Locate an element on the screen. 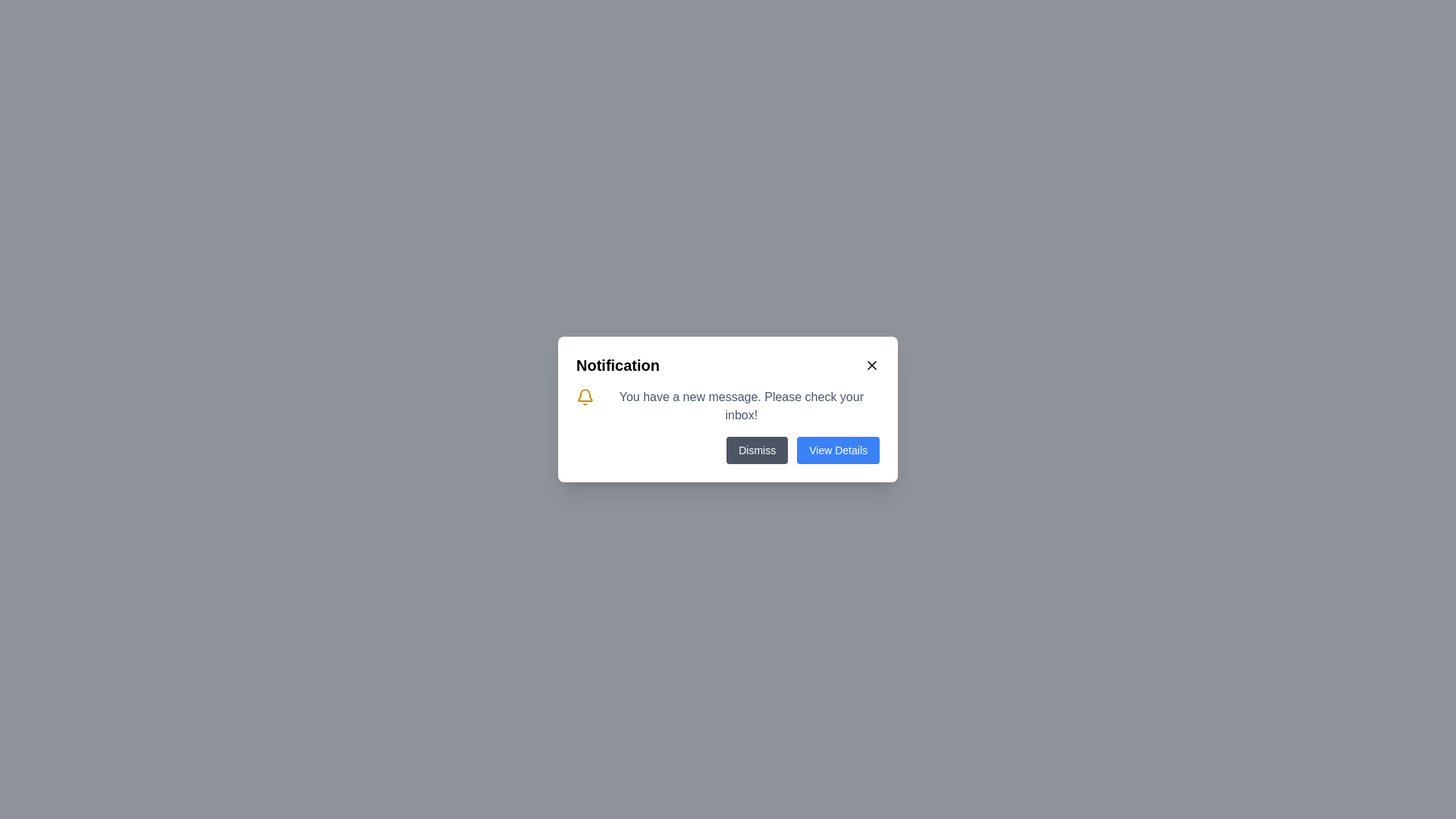 The height and width of the screenshot is (819, 1456). the close icon button in the shape of an 'X' located at the top right corner of the notification panel is located at coordinates (872, 366).